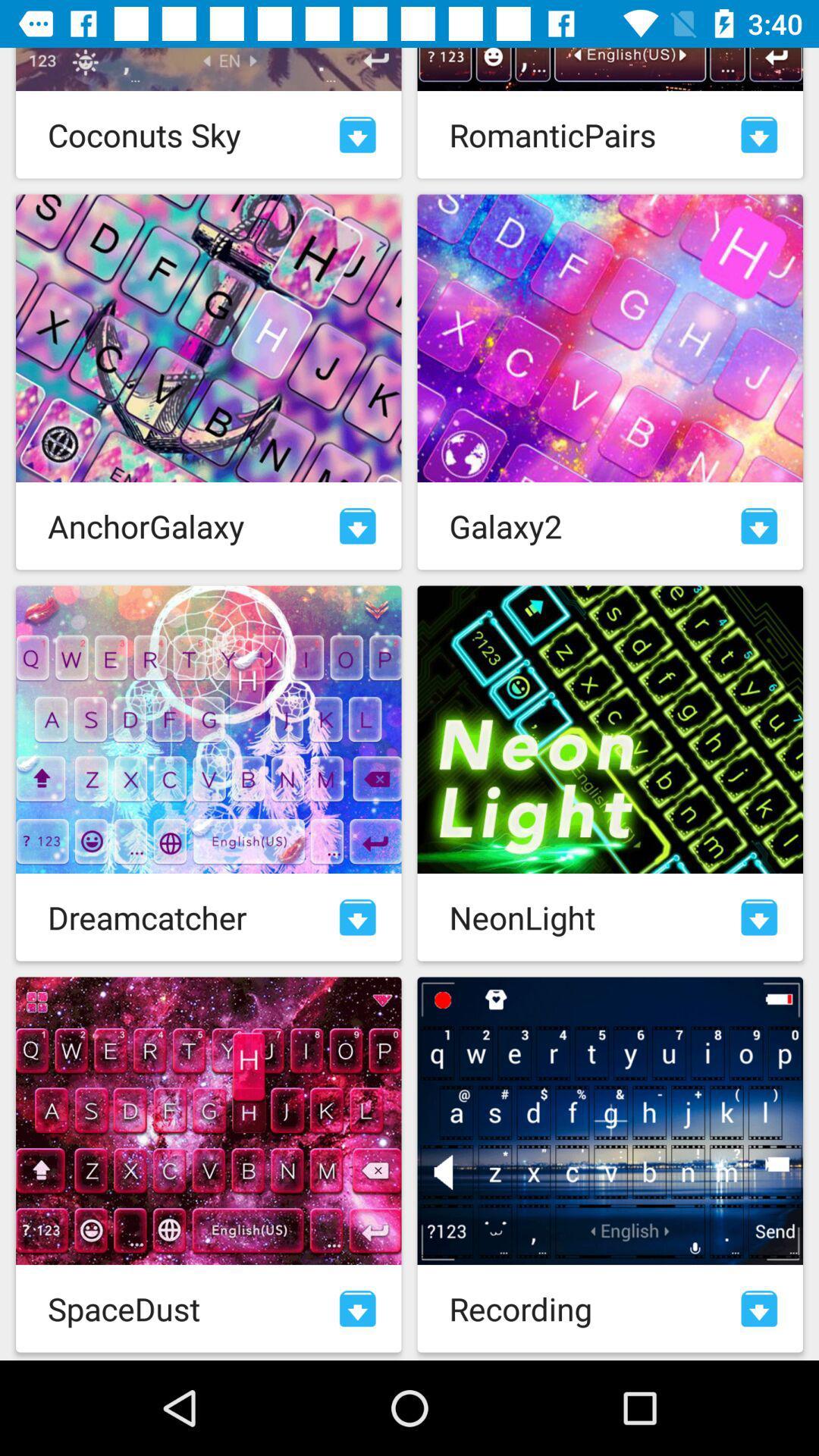  Describe the element at coordinates (357, 1307) in the screenshot. I see `download theme` at that location.